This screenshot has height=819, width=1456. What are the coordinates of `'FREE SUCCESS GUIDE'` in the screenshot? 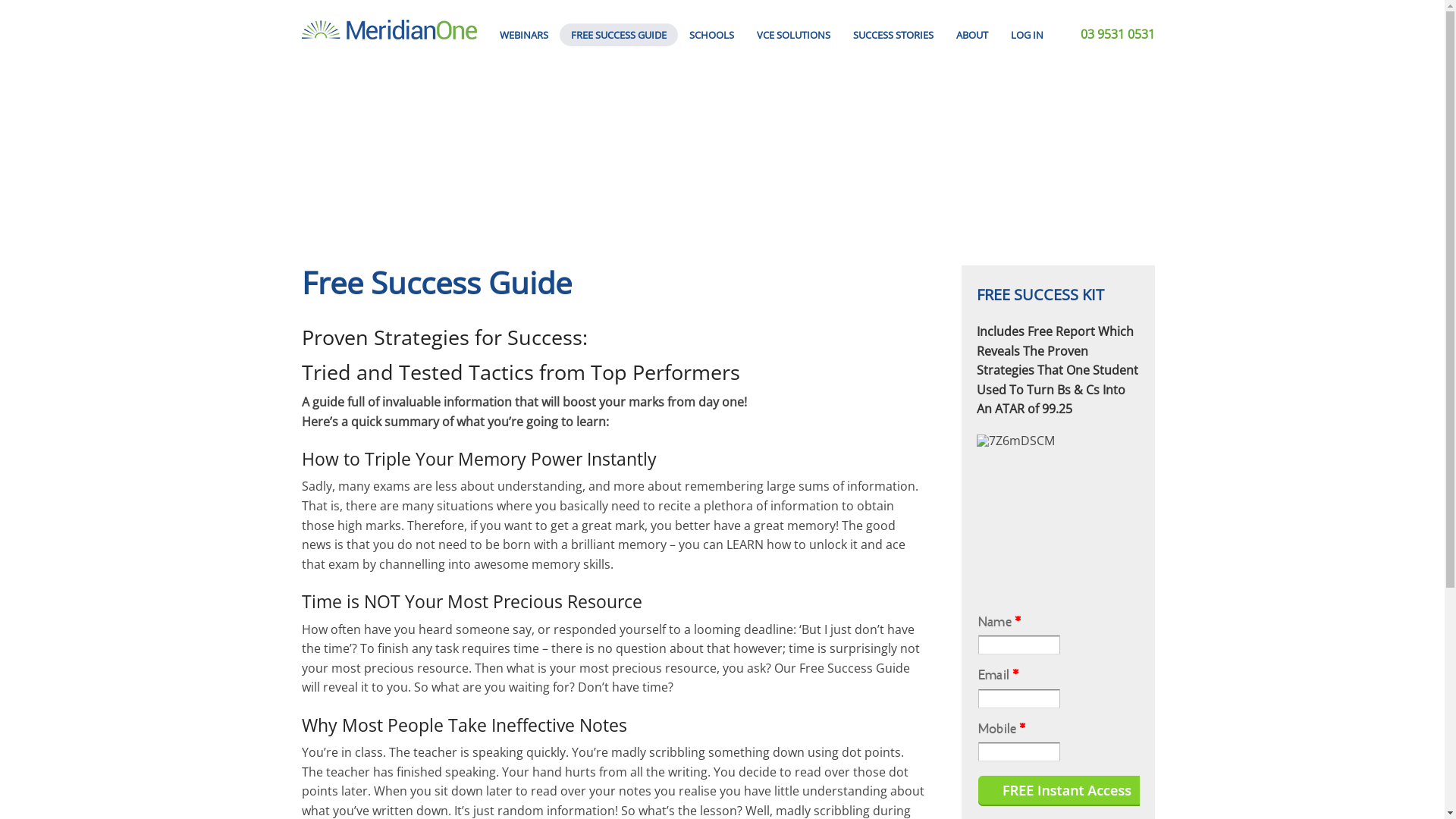 It's located at (619, 34).